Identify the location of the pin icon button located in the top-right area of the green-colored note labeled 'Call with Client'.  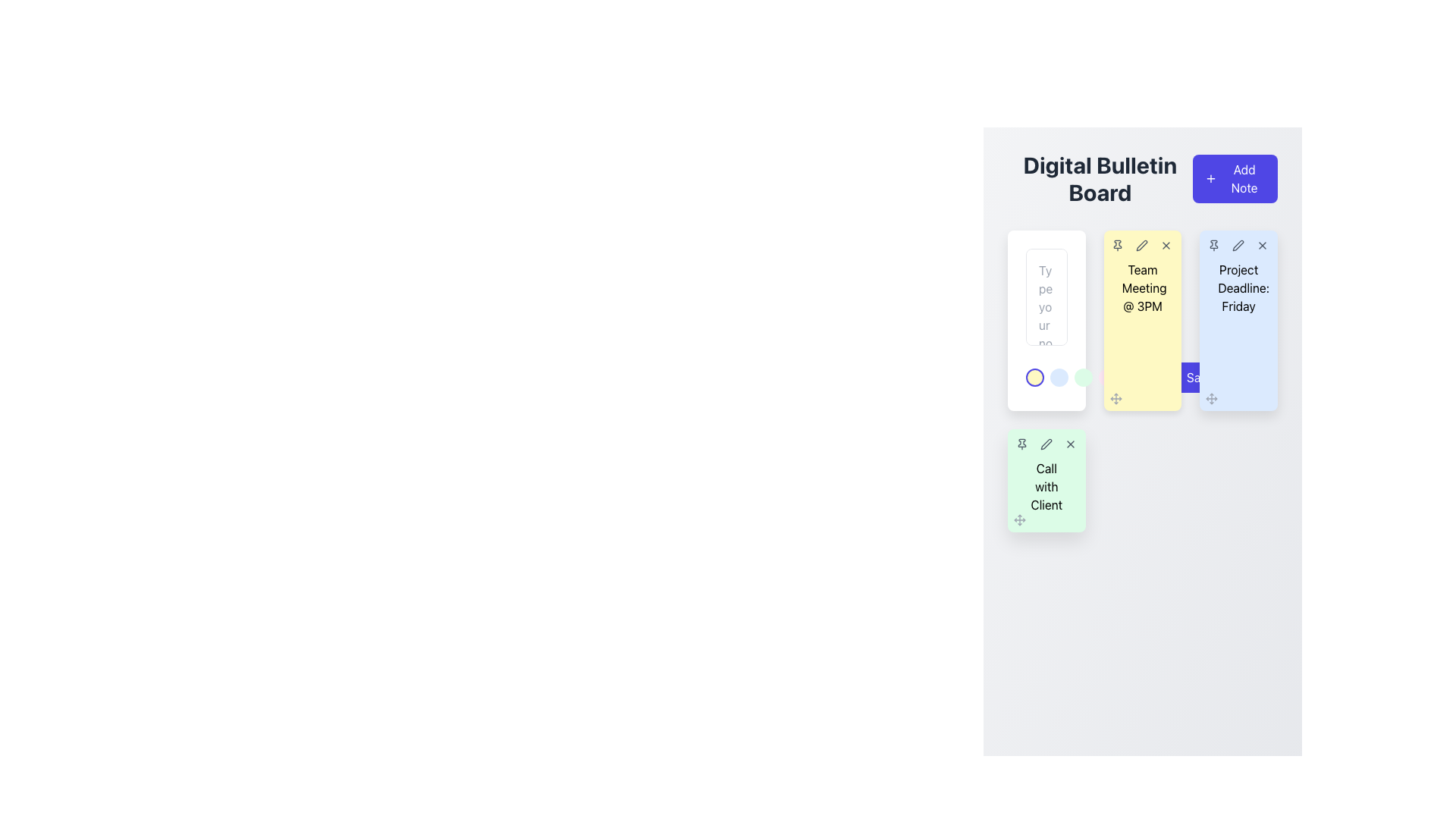
(1021, 444).